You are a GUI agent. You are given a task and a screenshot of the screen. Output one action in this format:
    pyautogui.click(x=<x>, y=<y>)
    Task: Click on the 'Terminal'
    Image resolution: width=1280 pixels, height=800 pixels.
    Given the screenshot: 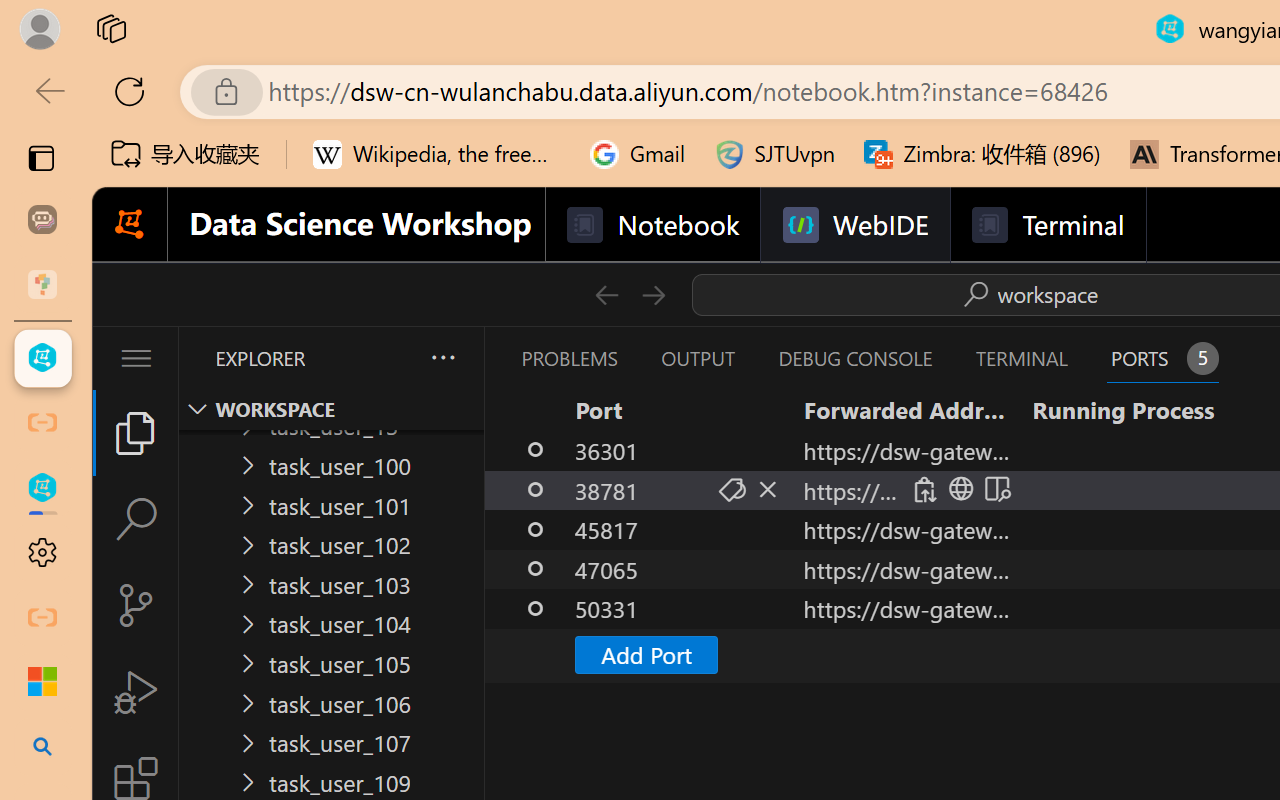 What is the action you would take?
    pyautogui.click(x=1046, y=225)
    